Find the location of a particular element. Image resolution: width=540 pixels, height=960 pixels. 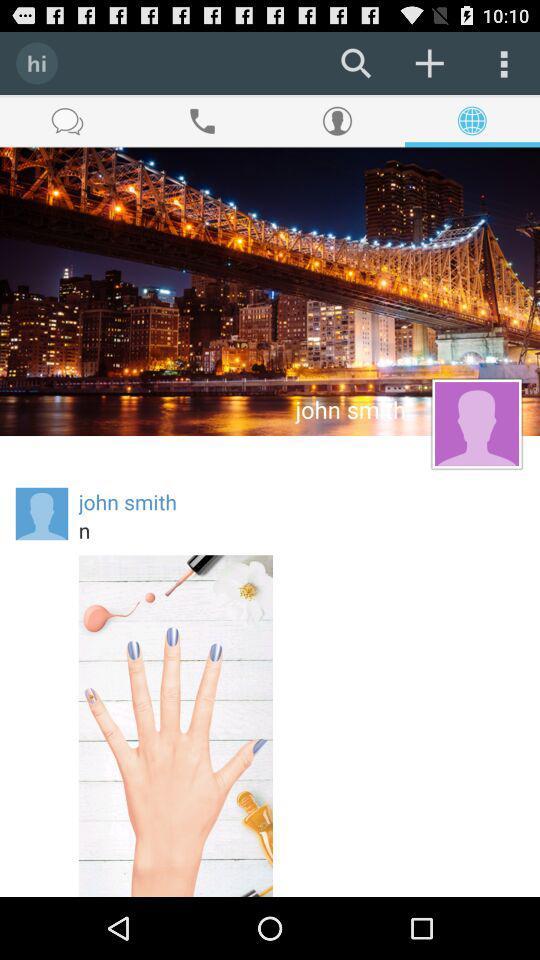

the icon next to the john smith item is located at coordinates (42, 512).